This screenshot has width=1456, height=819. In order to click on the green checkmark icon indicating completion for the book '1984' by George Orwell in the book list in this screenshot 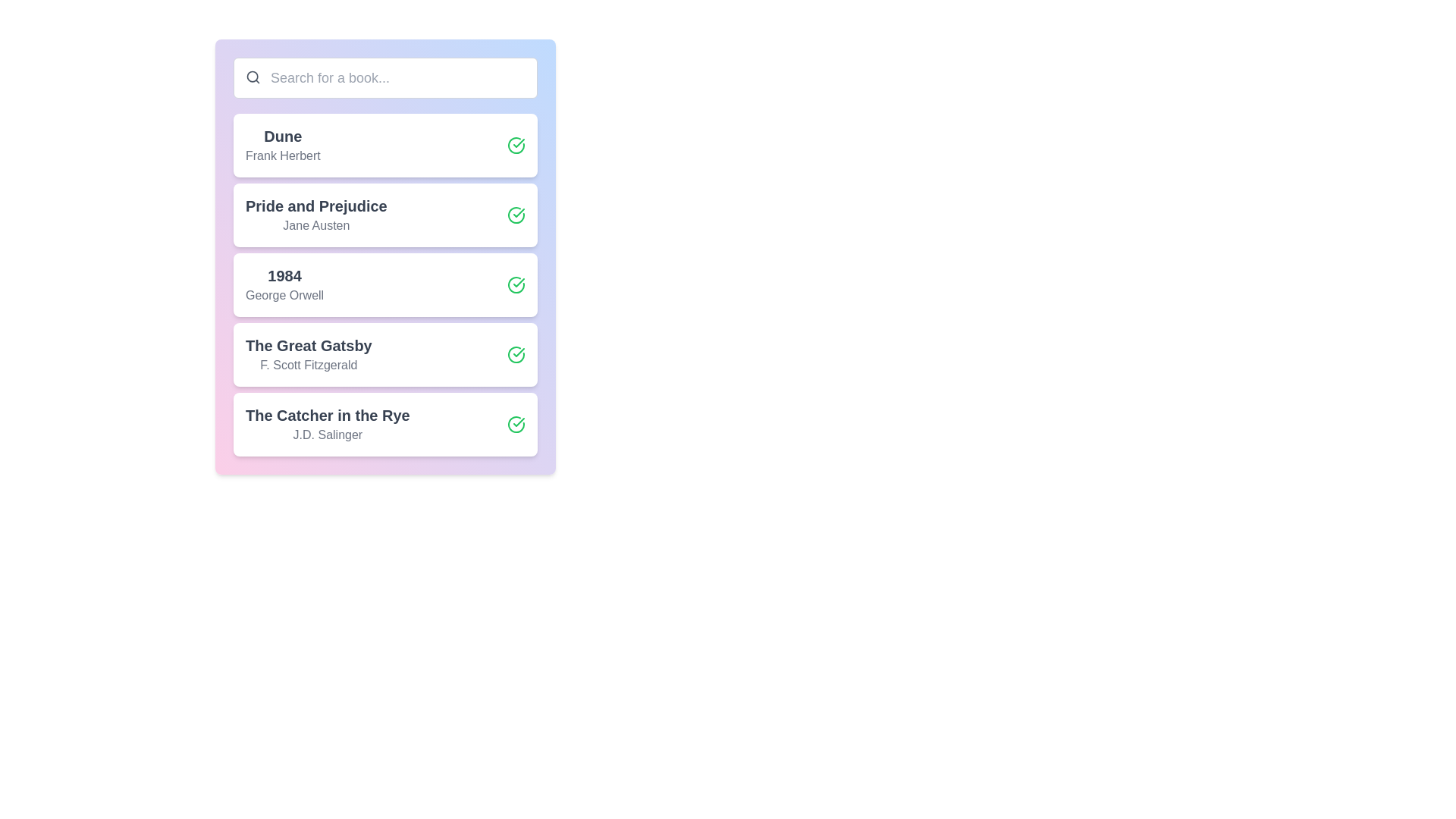, I will do `click(519, 283)`.